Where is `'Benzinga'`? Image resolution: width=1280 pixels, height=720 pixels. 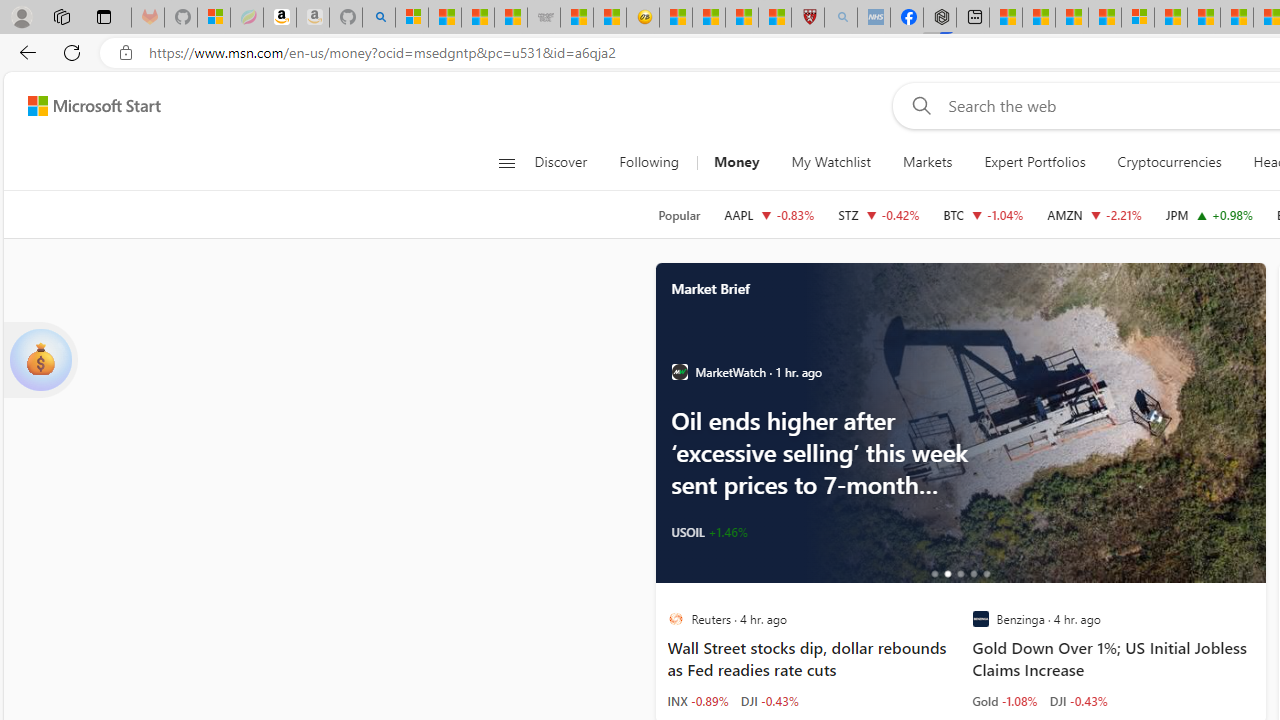
'Benzinga' is located at coordinates (980, 618).